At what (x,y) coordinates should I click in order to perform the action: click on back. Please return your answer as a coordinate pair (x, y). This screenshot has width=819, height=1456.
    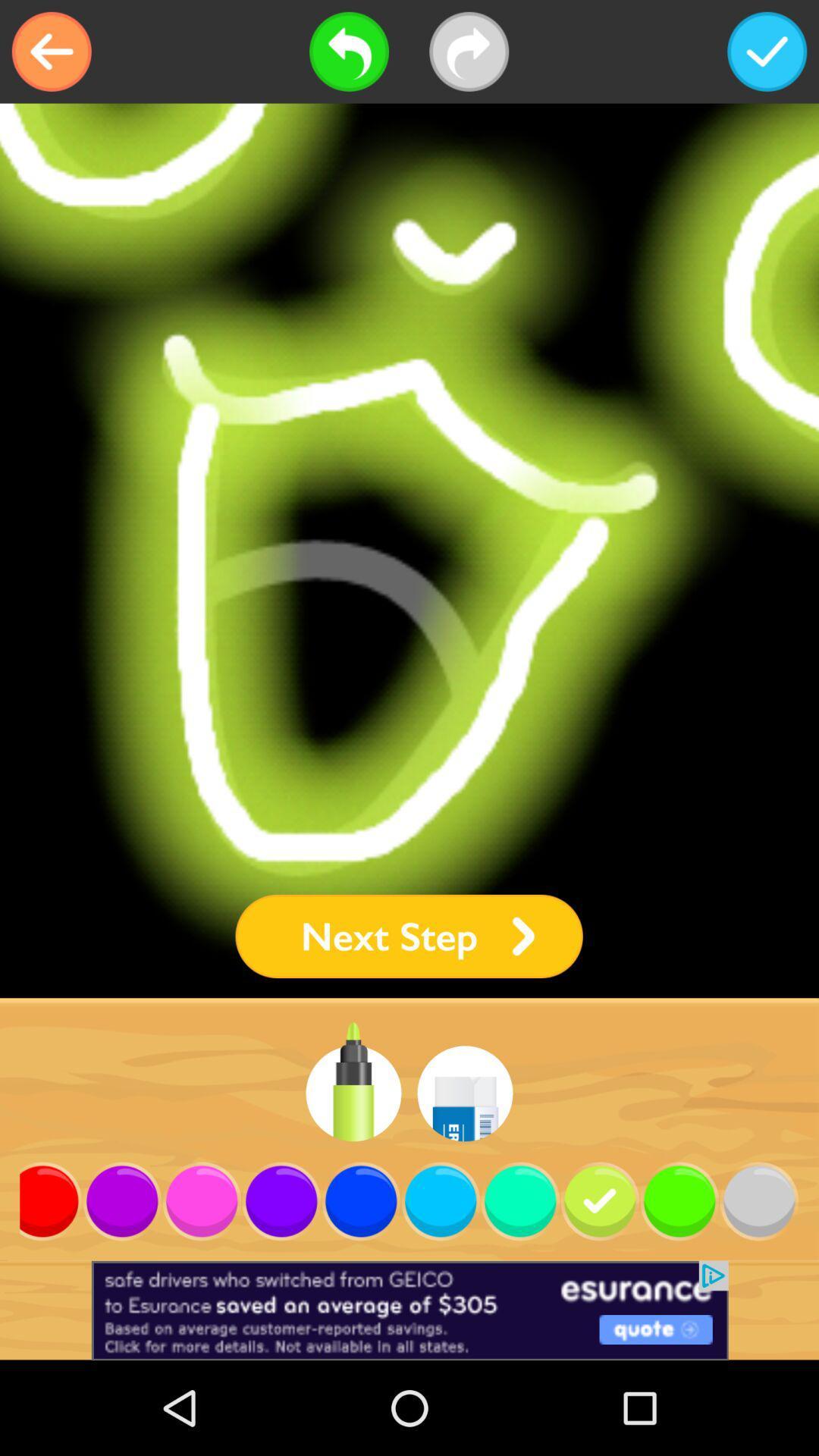
    Looking at the image, I should click on (51, 52).